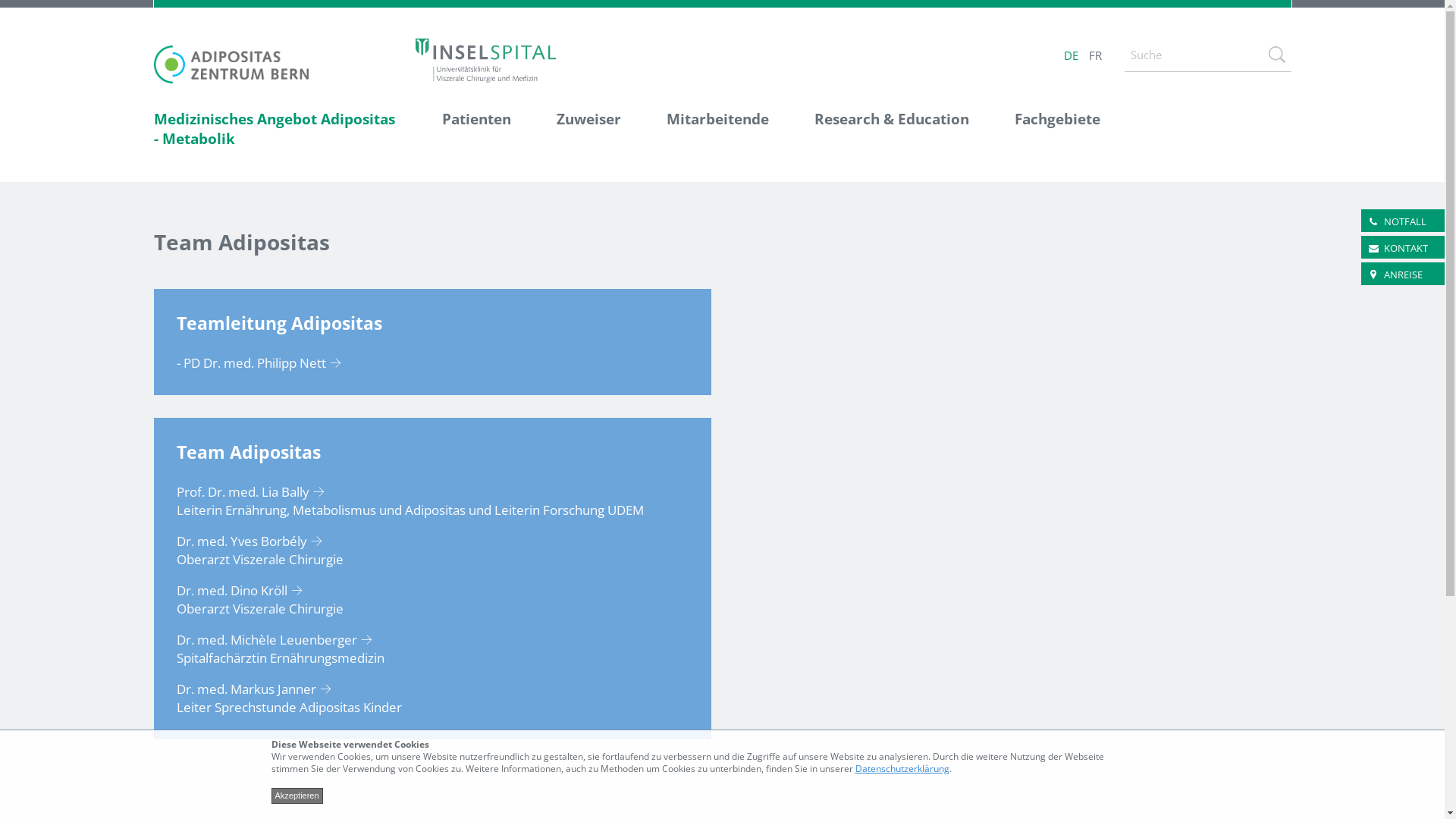  Describe the element at coordinates (1045, 130) in the screenshot. I see `'Fachgebiete'` at that location.